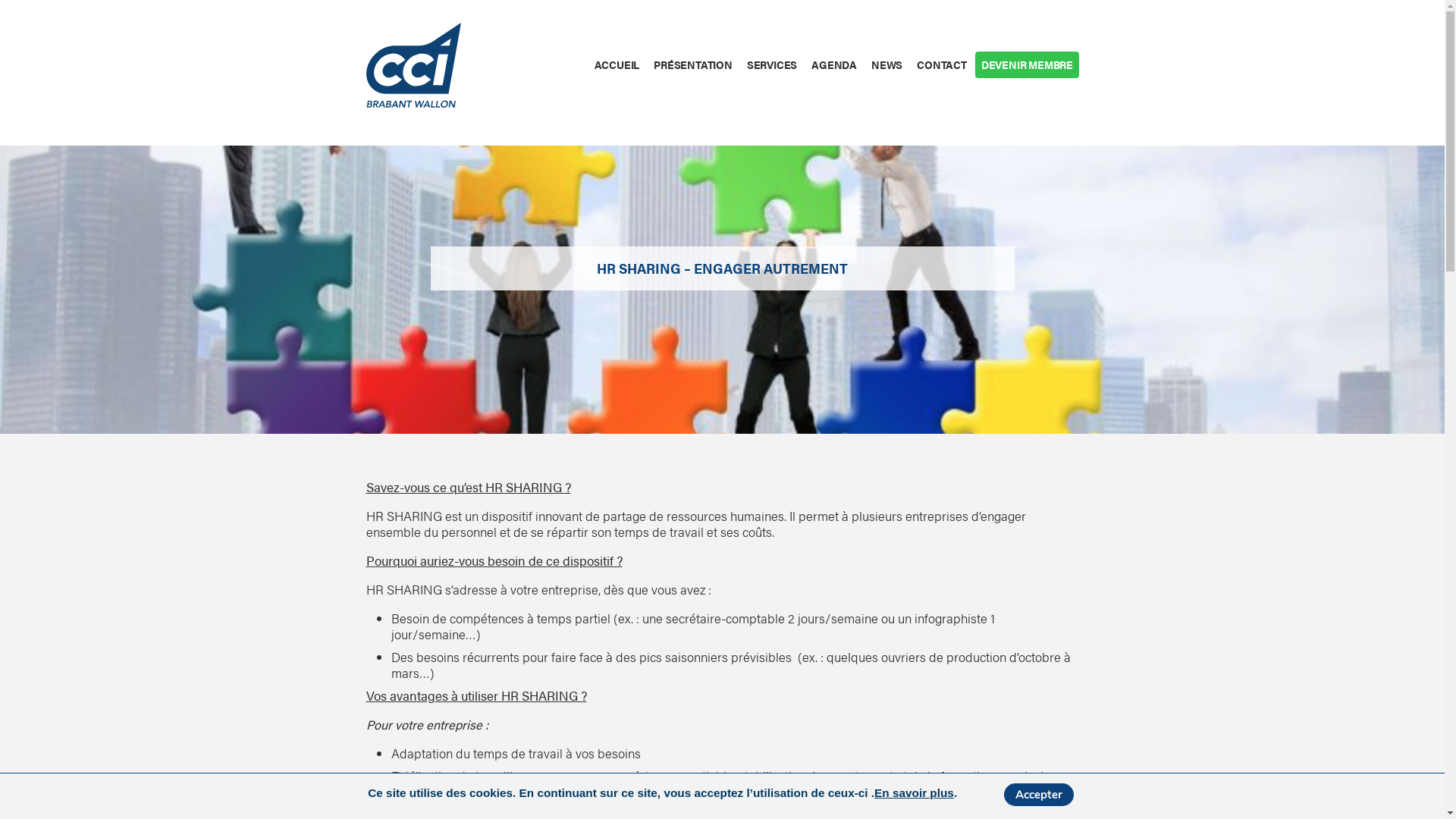  What do you see at coordinates (1026, 64) in the screenshot?
I see `'DEVENIR MEMBRE'` at bounding box center [1026, 64].